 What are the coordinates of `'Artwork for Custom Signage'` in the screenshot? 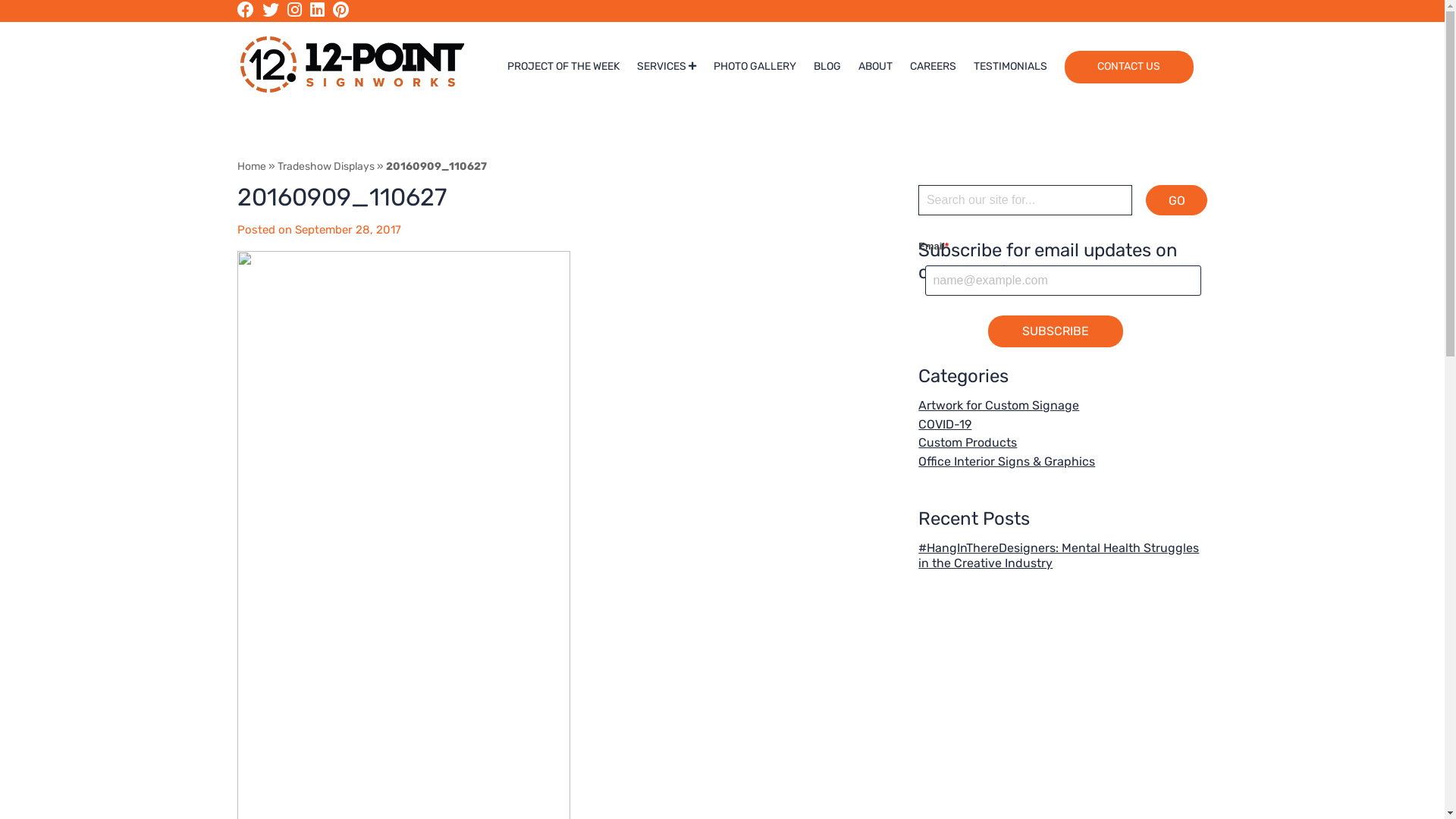 It's located at (998, 404).